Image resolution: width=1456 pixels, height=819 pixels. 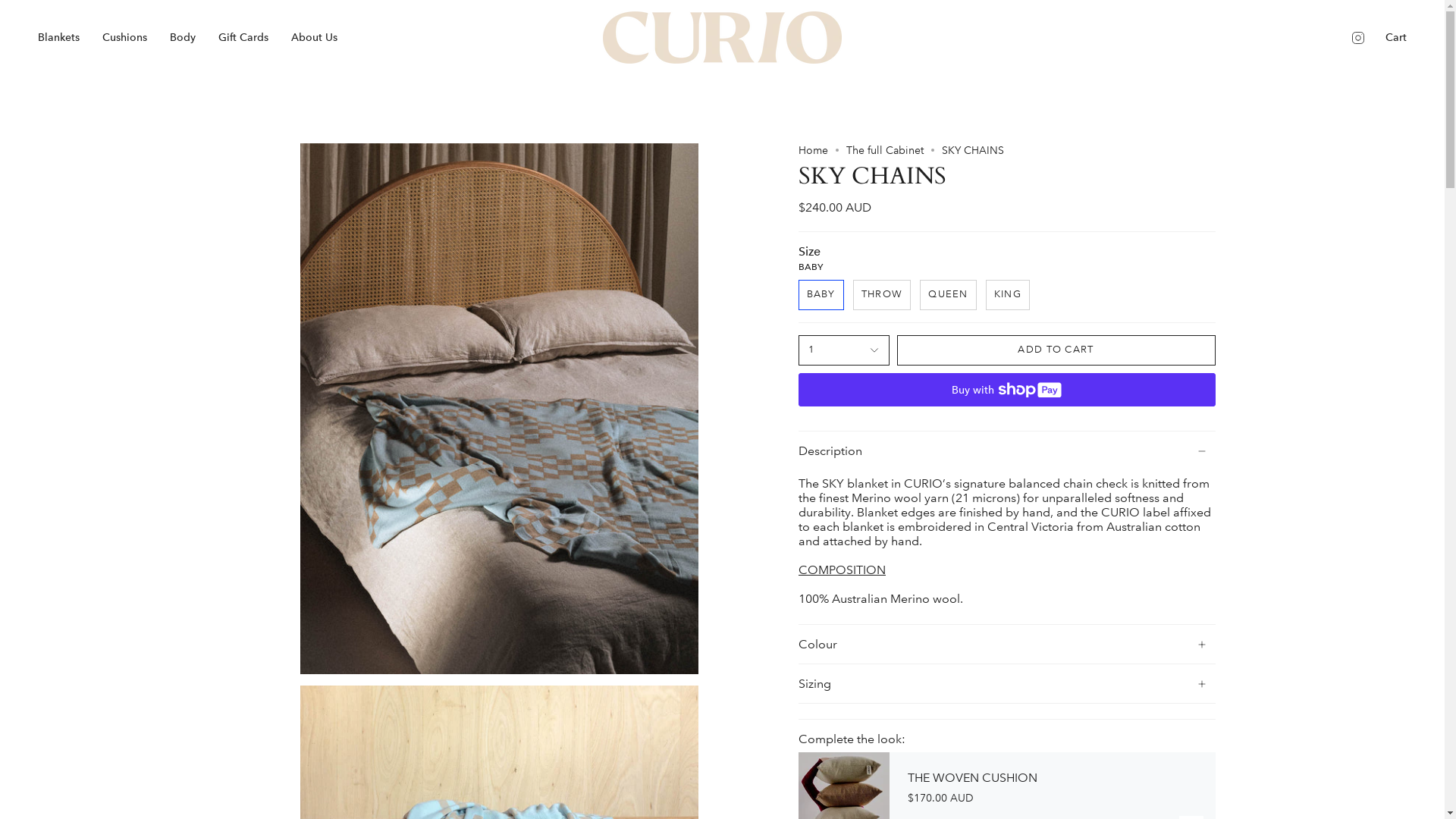 What do you see at coordinates (906, 786) in the screenshot?
I see `'THE WOVEN CUSHION` at bounding box center [906, 786].